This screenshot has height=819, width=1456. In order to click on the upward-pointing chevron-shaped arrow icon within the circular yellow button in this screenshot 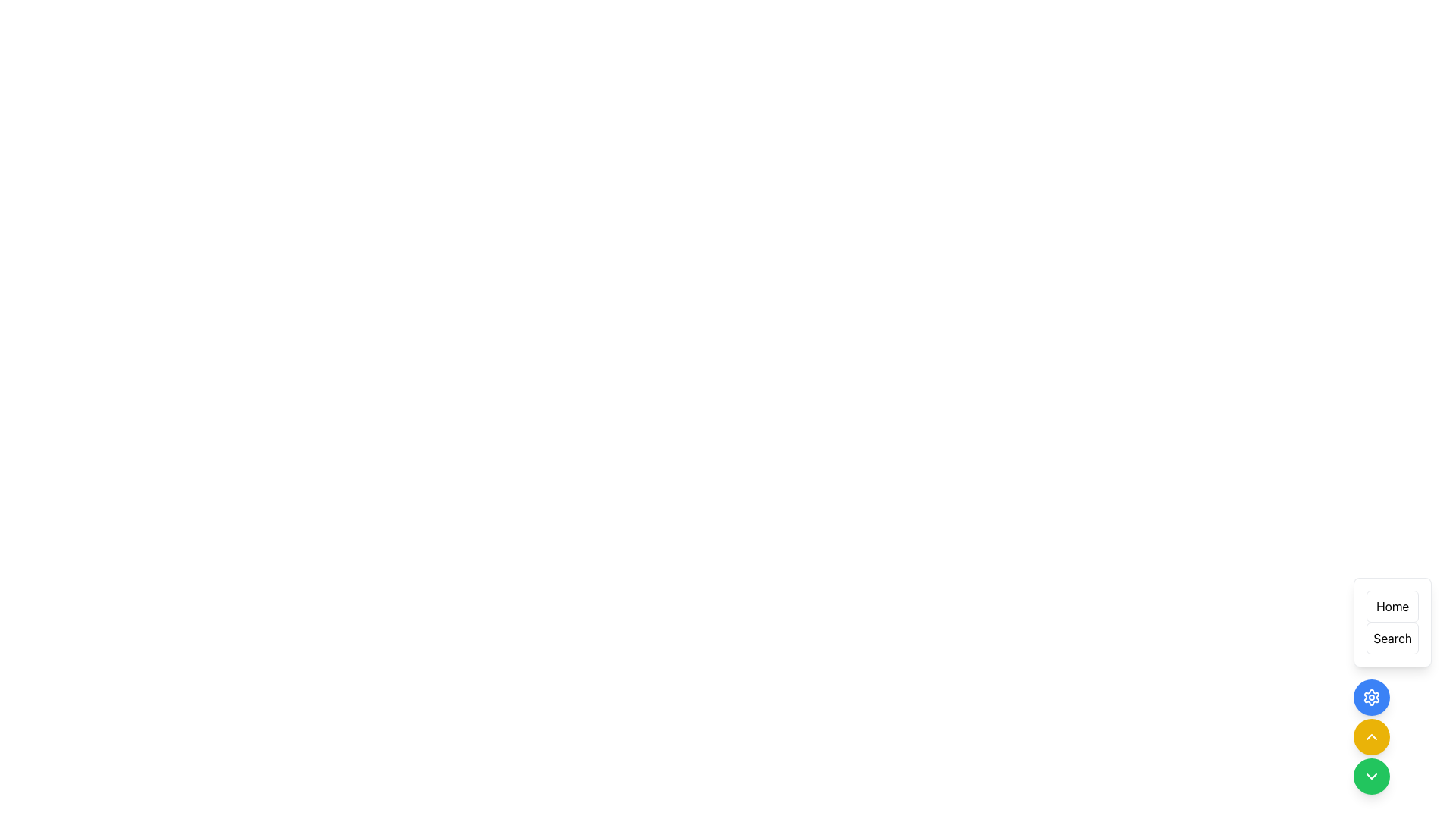, I will do `click(1372, 736)`.